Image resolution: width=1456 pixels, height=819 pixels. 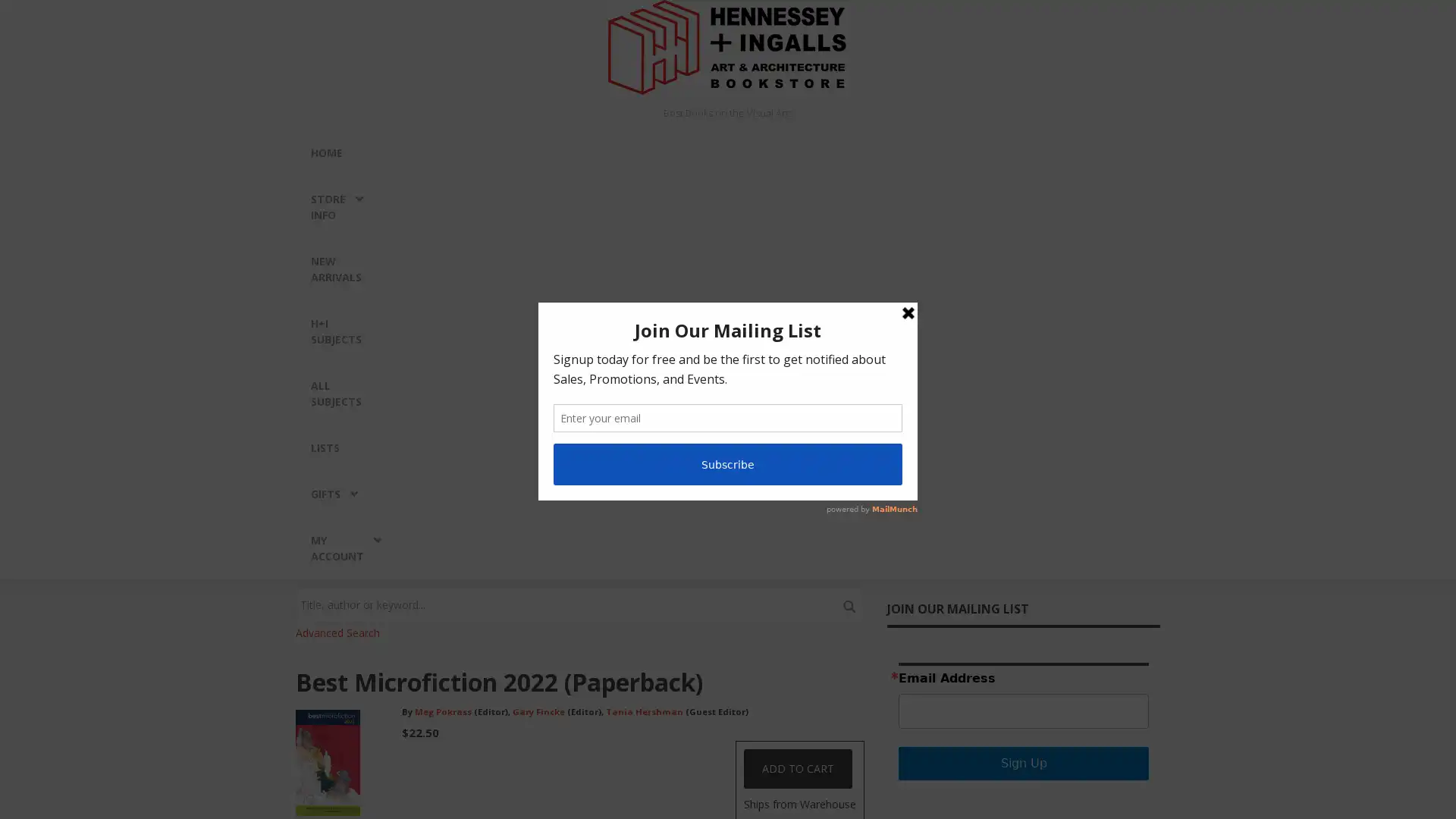 What do you see at coordinates (797, 769) in the screenshot?
I see `Add to Cart` at bounding box center [797, 769].